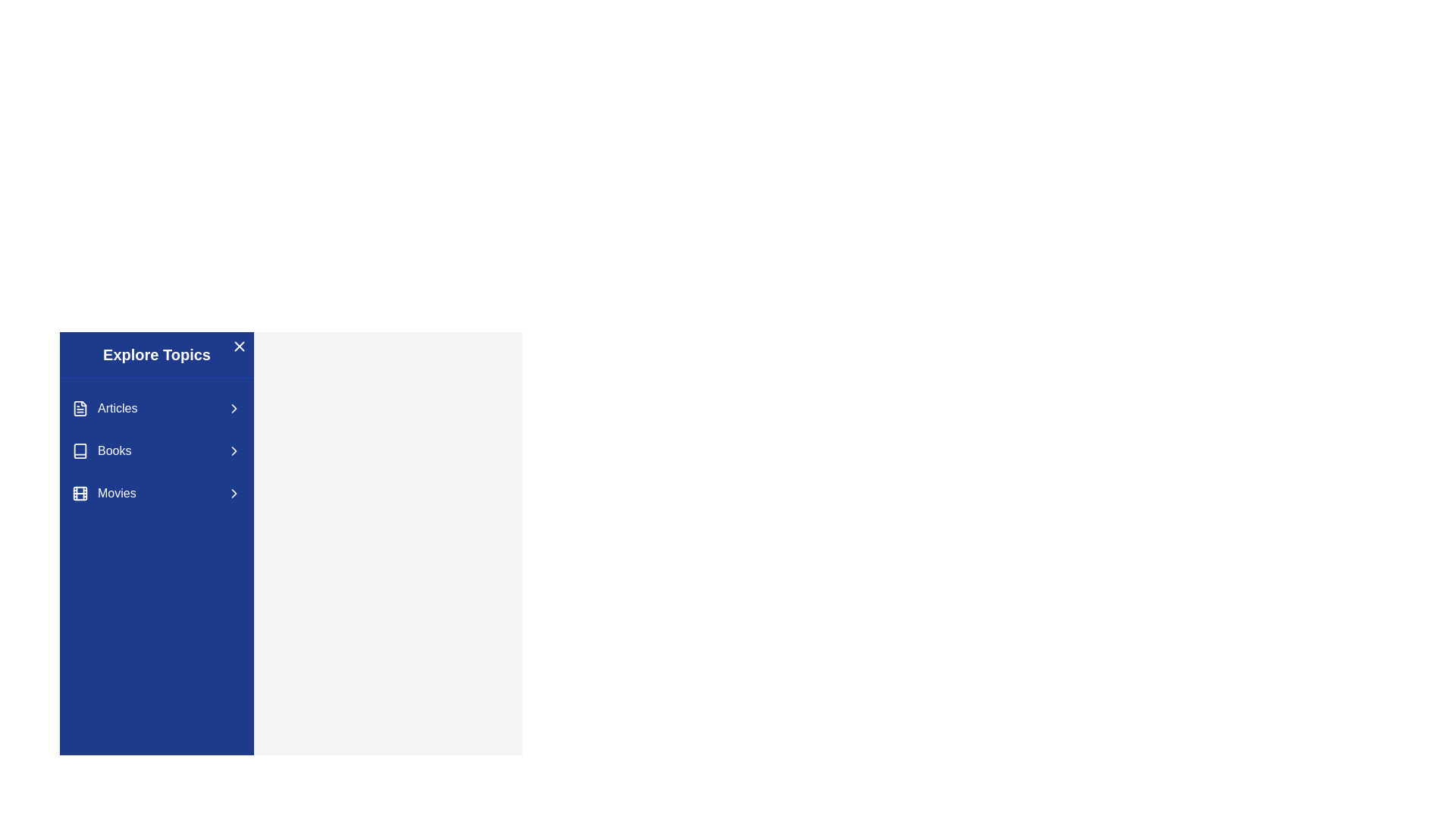  What do you see at coordinates (233, 450) in the screenshot?
I see `the Chevron icon located to the right of the 'Books' entry in the vertical navigation menu, which indicates an expandable menu option` at bounding box center [233, 450].